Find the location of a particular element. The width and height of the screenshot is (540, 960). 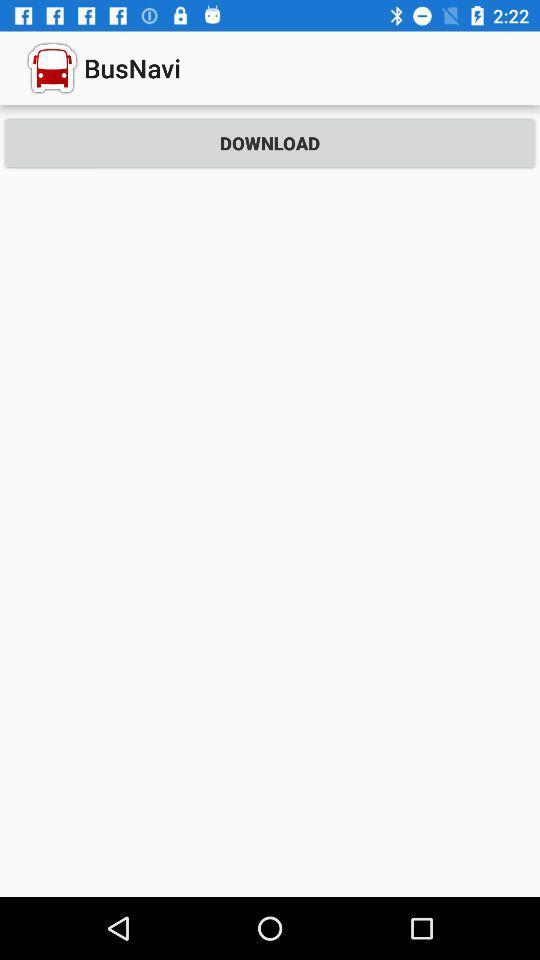

the icon at the center is located at coordinates (270, 534).